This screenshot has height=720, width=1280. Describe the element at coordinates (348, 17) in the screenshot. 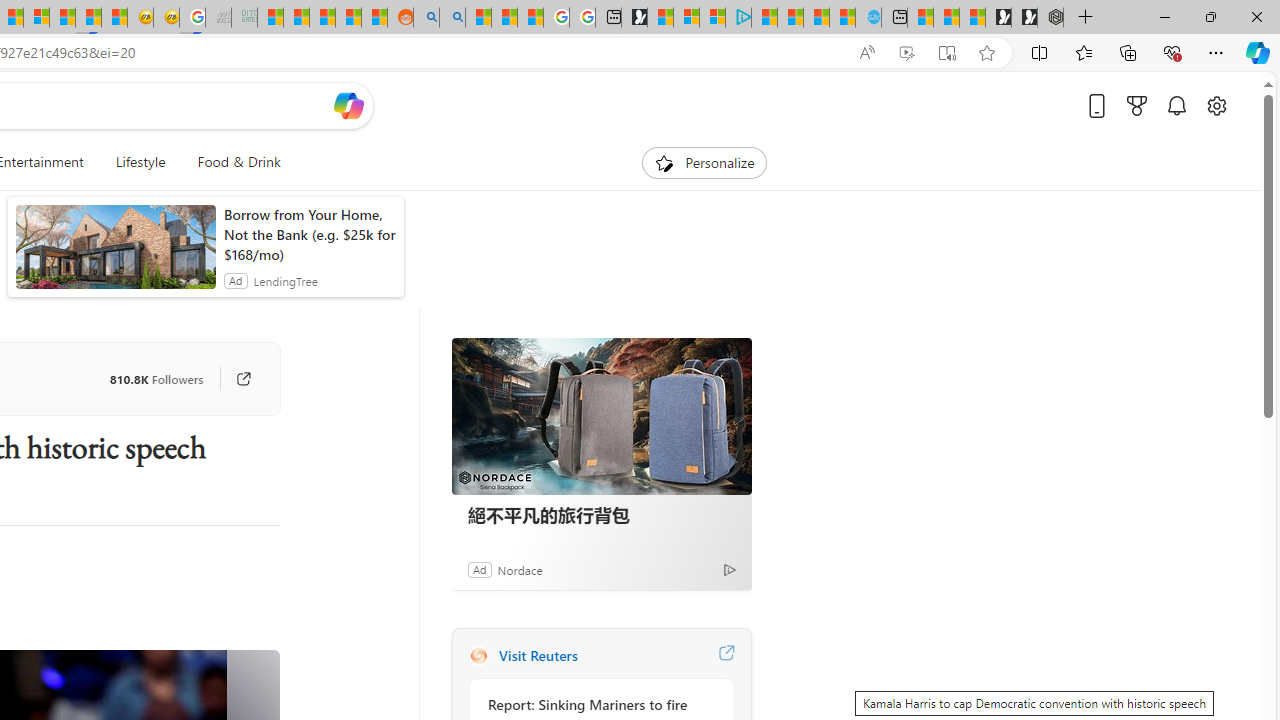

I see `'Student Loan Update: Forgiveness Program Ends This Month'` at that location.